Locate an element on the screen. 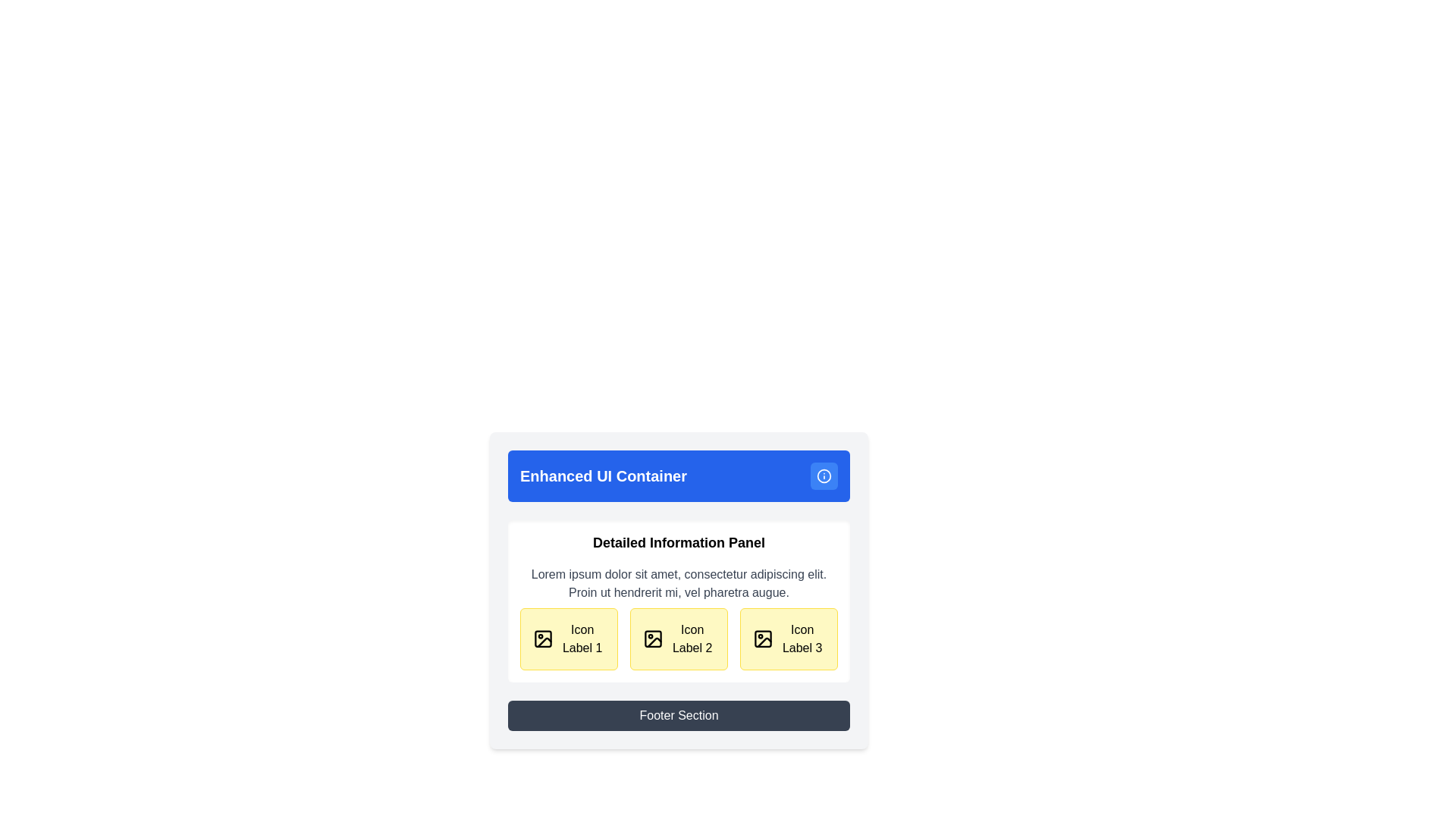 The width and height of the screenshot is (1456, 819). the Text Label that is located in the yellow-highlighted box under the 'Detailed Information Panel', positioned between 'Icon Label 1' and 'Icon Label 3' is located at coordinates (692, 639).